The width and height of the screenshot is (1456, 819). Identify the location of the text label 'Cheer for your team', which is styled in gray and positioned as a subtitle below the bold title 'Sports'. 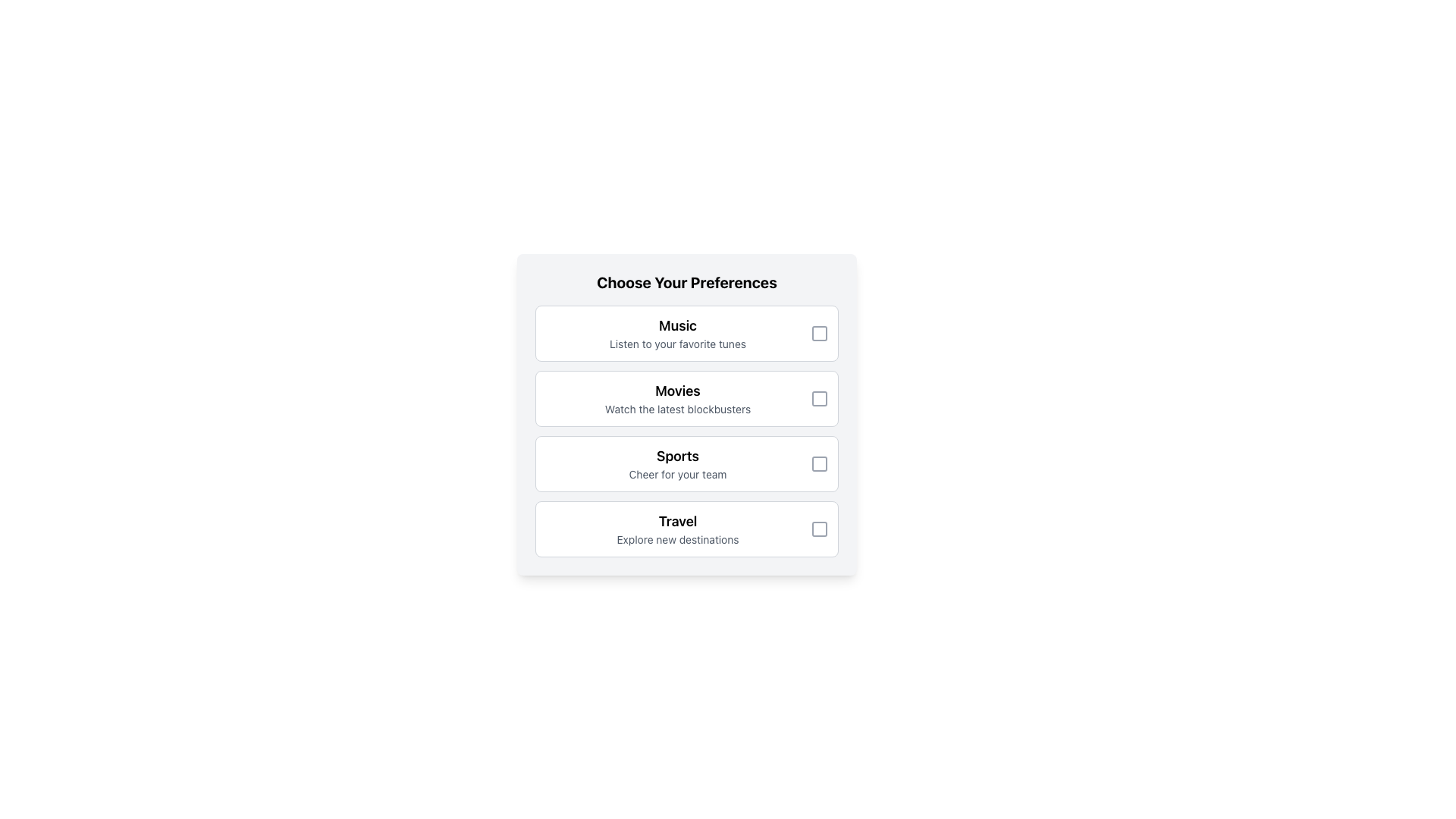
(676, 473).